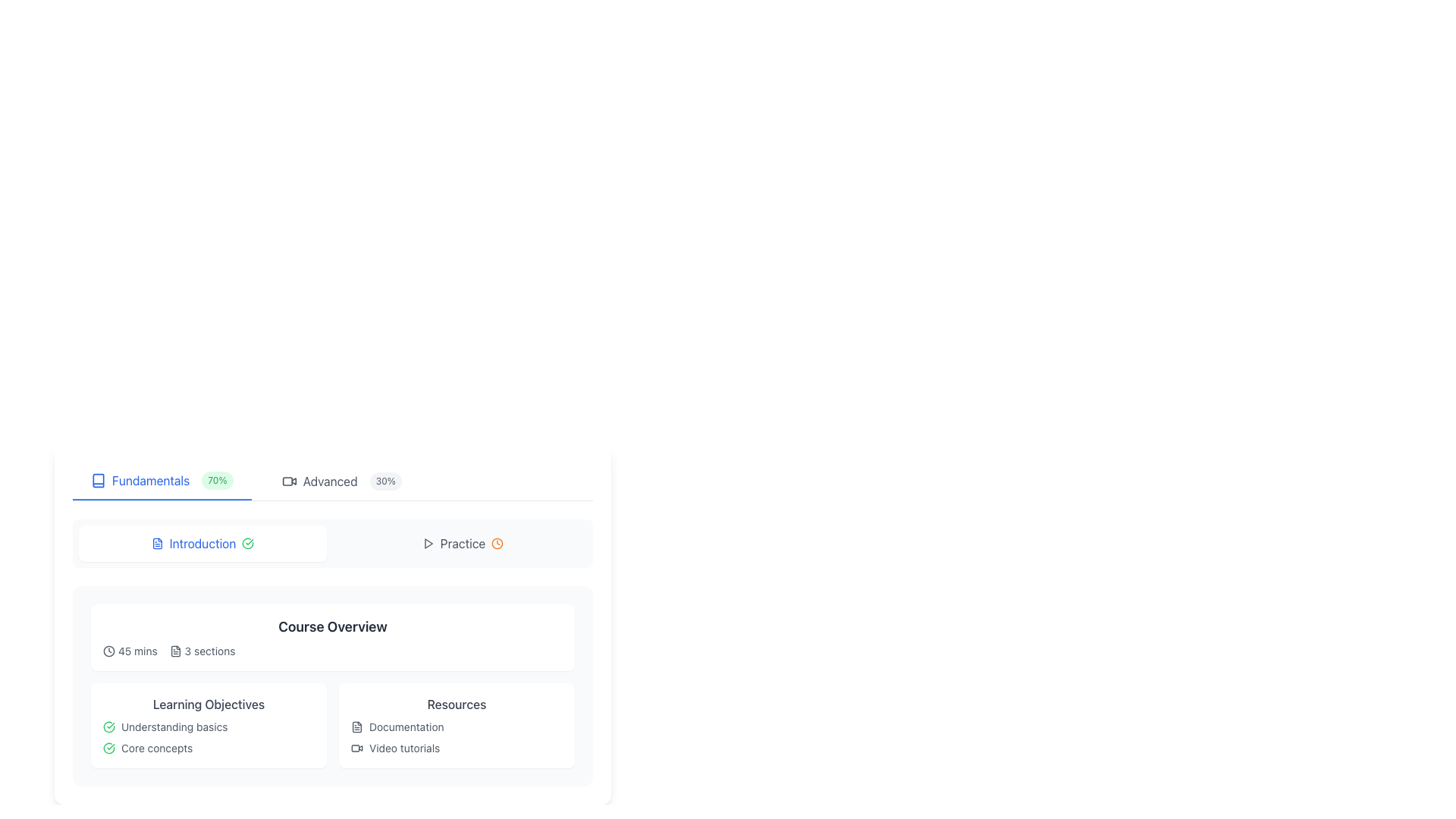 The image size is (1456, 819). Describe the element at coordinates (289, 482) in the screenshot. I see `the gray video camera icon, which is part of the 'Advanced' button in the navigation bar under the title section` at that location.